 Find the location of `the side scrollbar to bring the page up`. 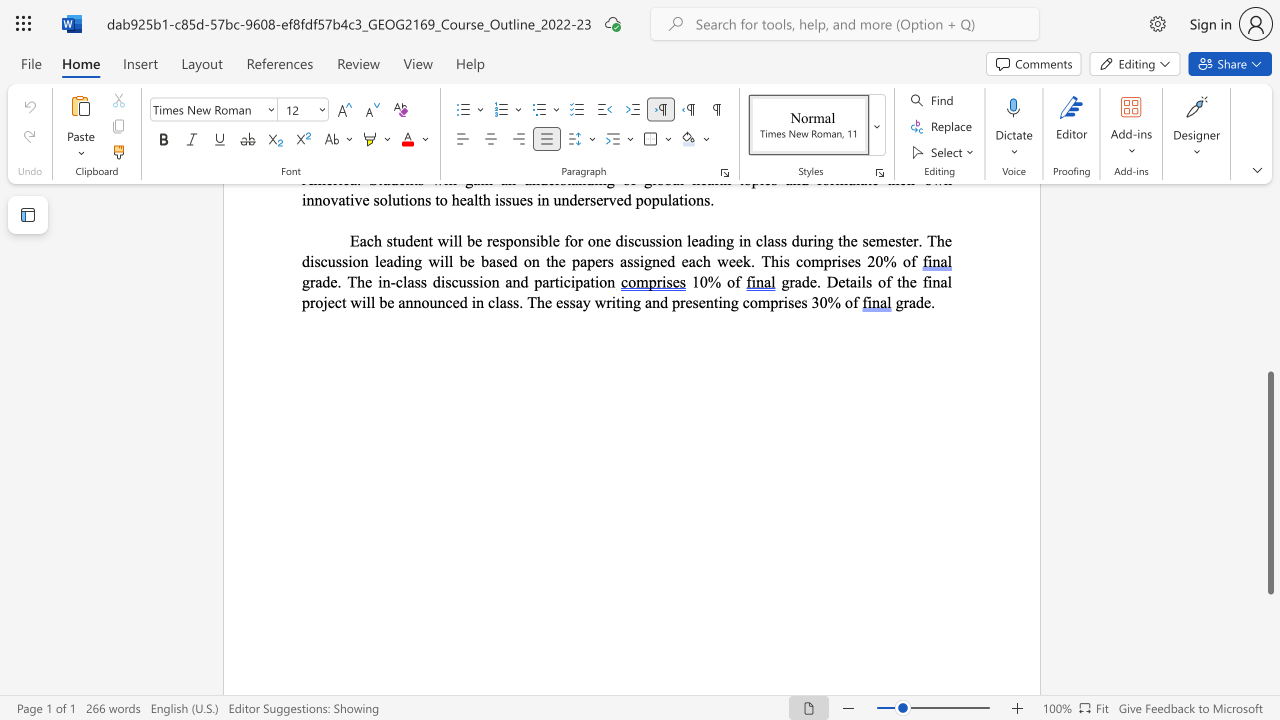

the side scrollbar to bring the page up is located at coordinates (1269, 290).